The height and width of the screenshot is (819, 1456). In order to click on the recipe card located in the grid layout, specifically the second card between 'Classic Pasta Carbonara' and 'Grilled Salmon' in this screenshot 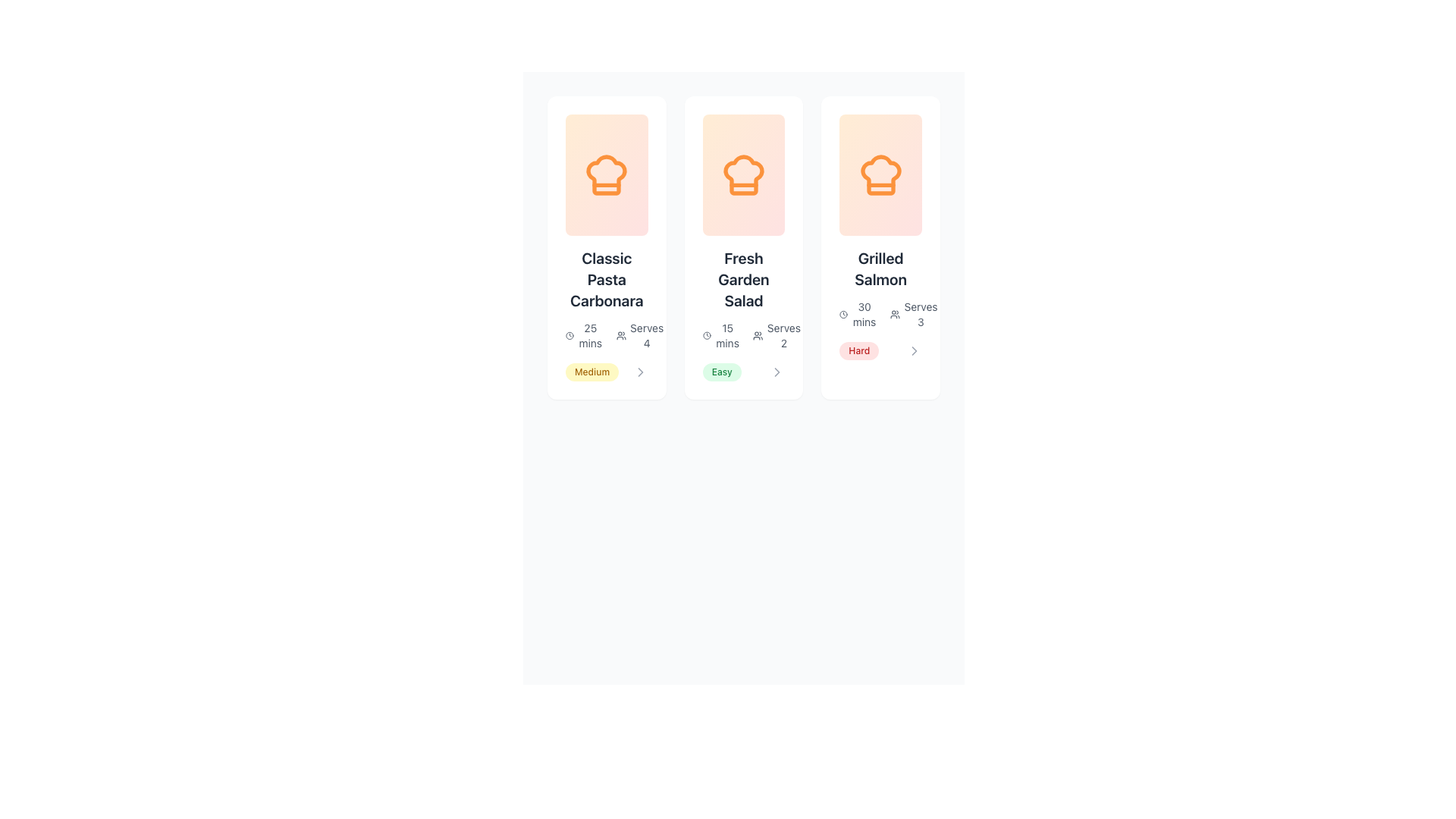, I will do `click(743, 247)`.